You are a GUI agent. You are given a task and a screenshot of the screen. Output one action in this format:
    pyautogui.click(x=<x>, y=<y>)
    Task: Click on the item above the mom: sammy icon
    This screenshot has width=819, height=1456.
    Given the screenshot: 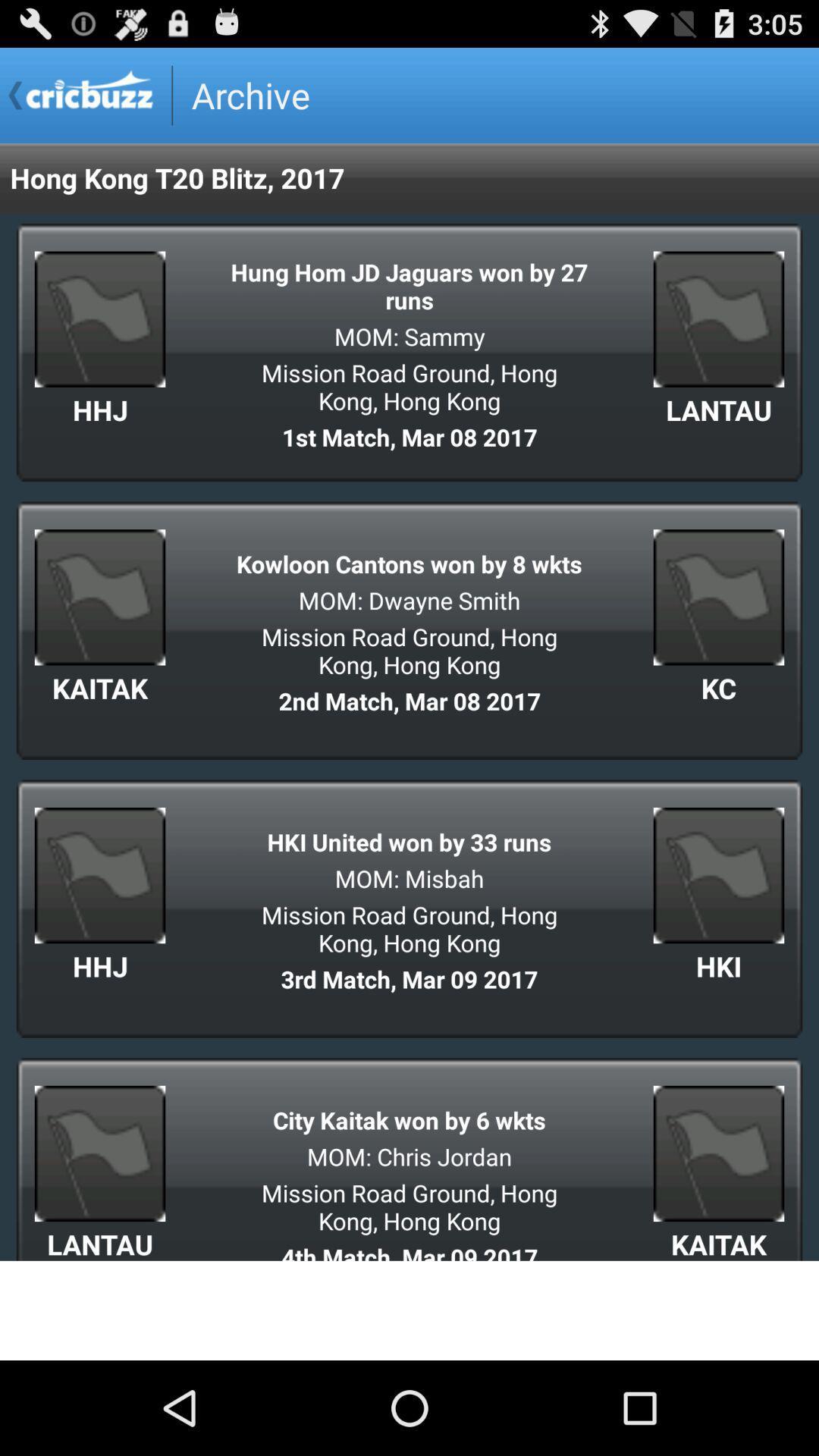 What is the action you would take?
    pyautogui.click(x=409, y=286)
    